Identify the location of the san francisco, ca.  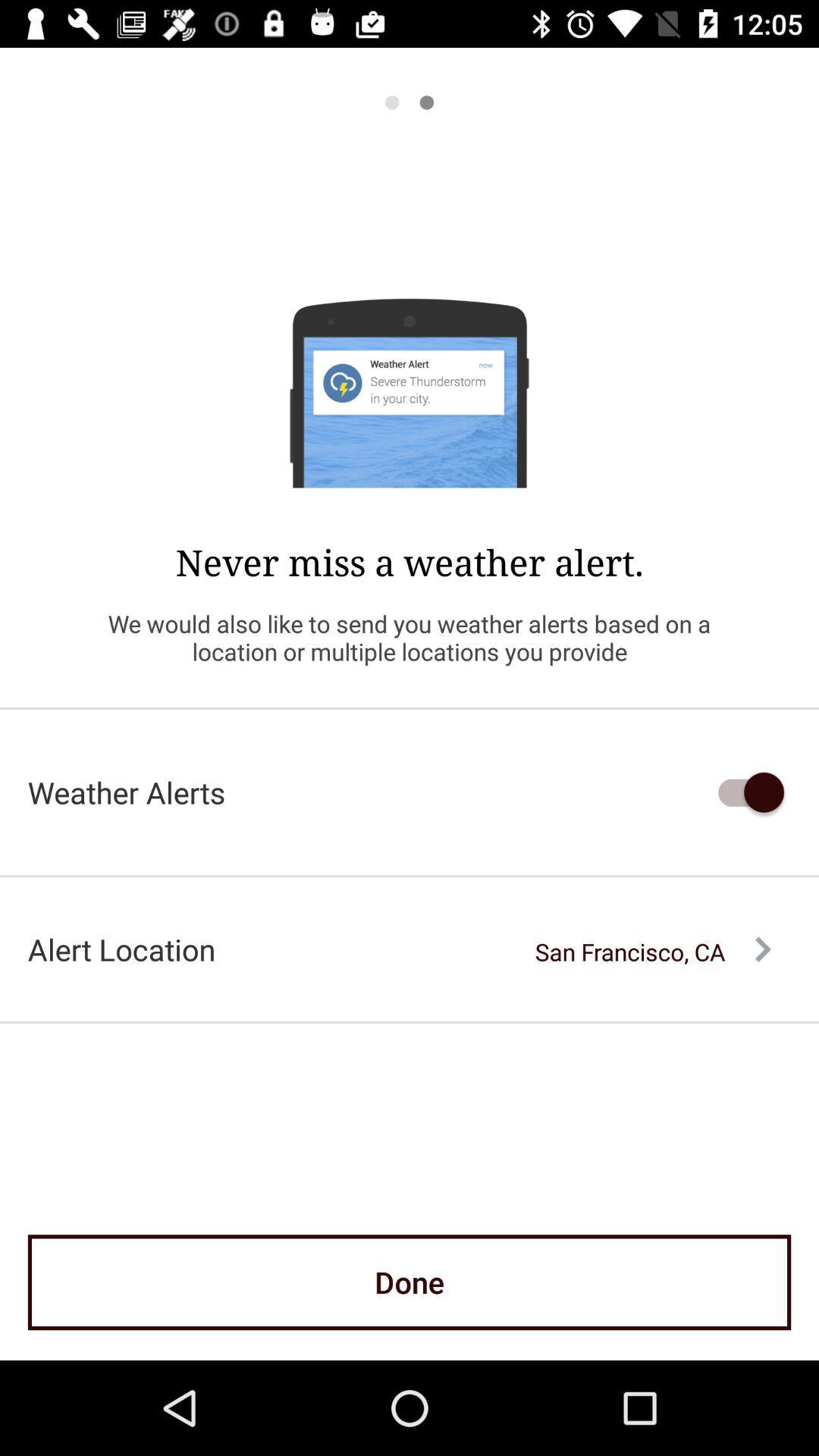
(652, 951).